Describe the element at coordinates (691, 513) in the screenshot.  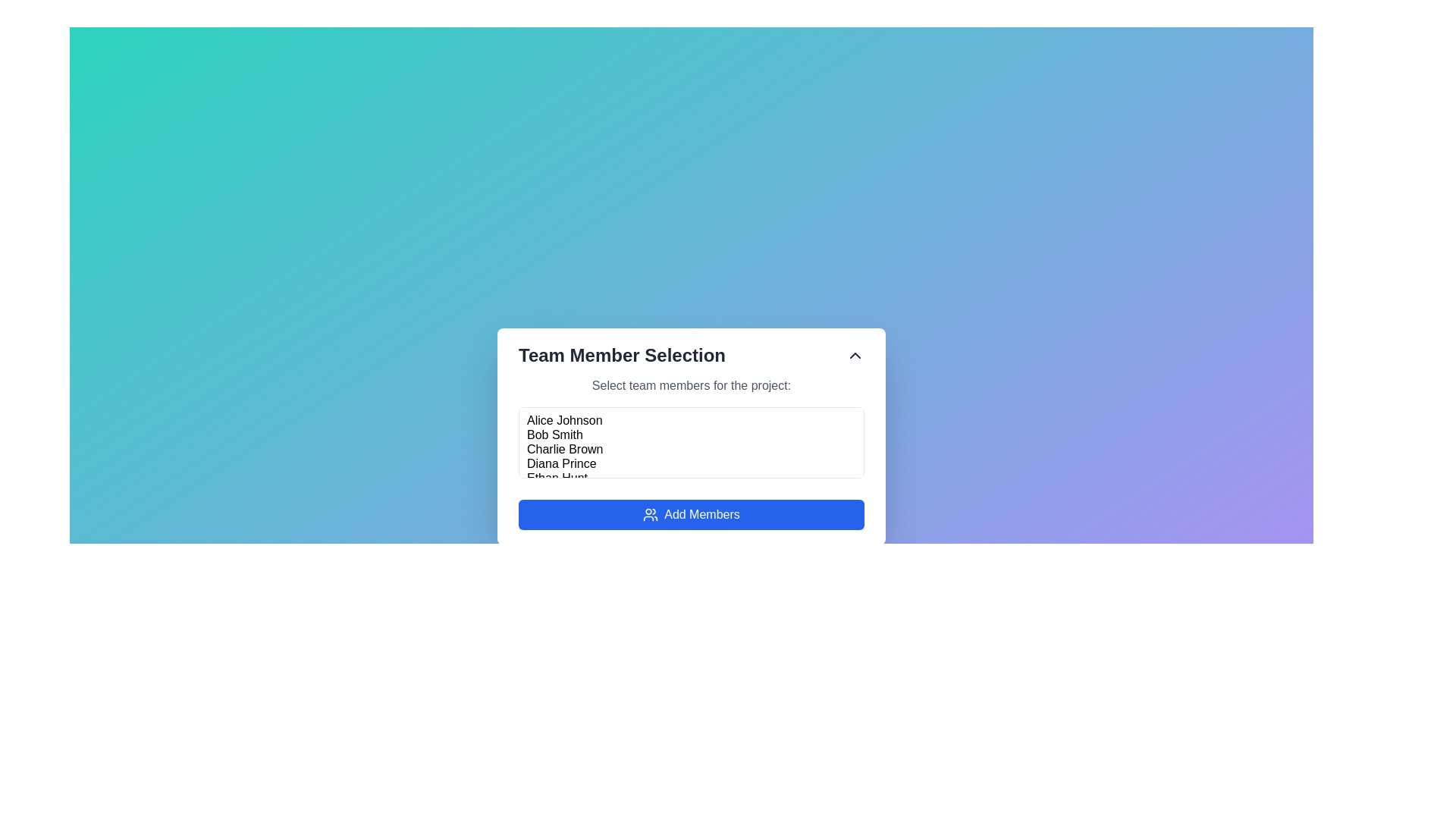
I see `the blue 'Add Members' button with white text and an icon of two user silhouettes` at that location.